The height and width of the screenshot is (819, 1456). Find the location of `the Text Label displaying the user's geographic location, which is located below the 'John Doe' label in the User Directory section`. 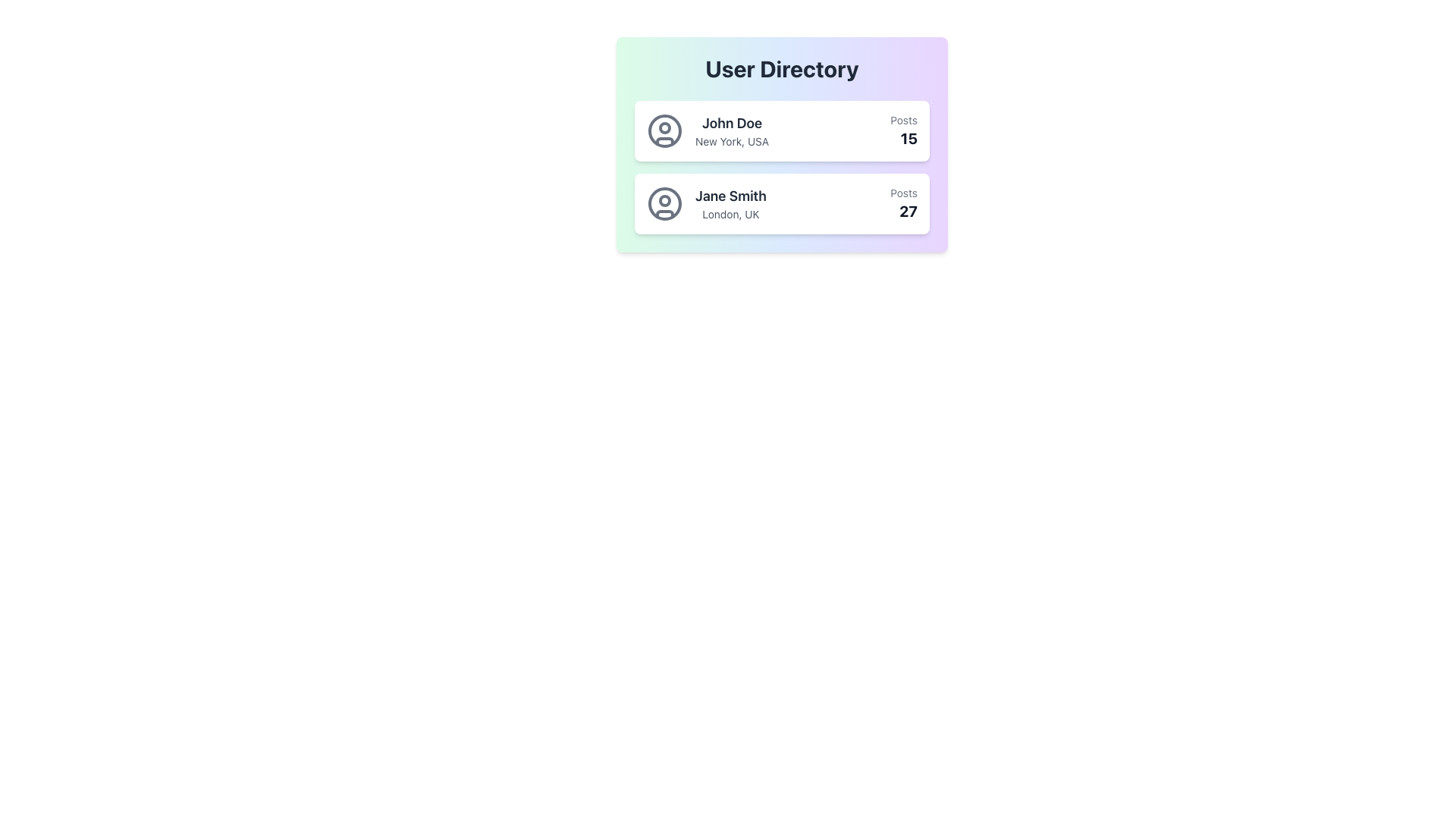

the Text Label displaying the user's geographic location, which is located below the 'John Doe' label in the User Directory section is located at coordinates (732, 141).